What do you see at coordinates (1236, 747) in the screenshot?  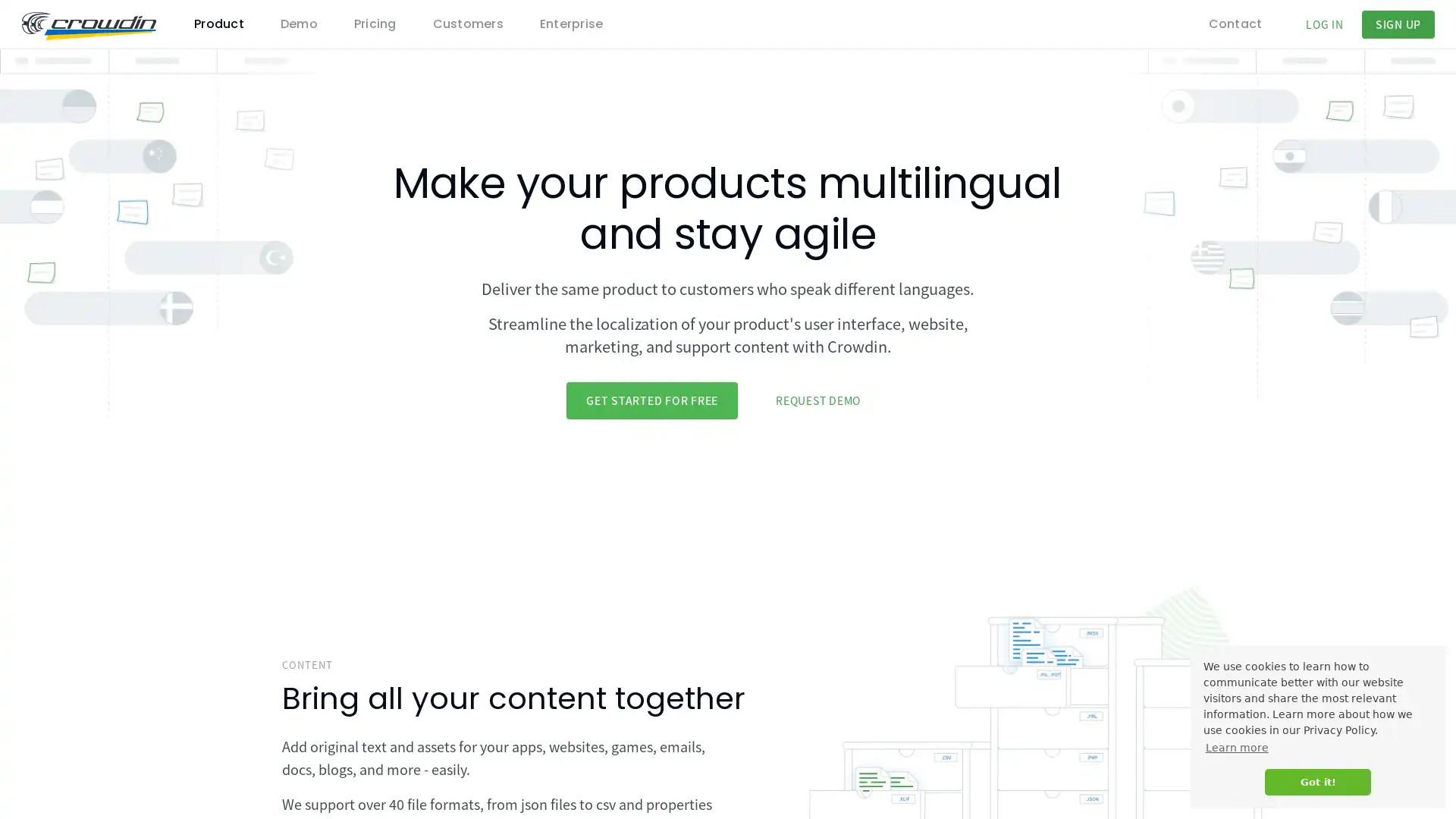 I see `learn more about cookies` at bounding box center [1236, 747].